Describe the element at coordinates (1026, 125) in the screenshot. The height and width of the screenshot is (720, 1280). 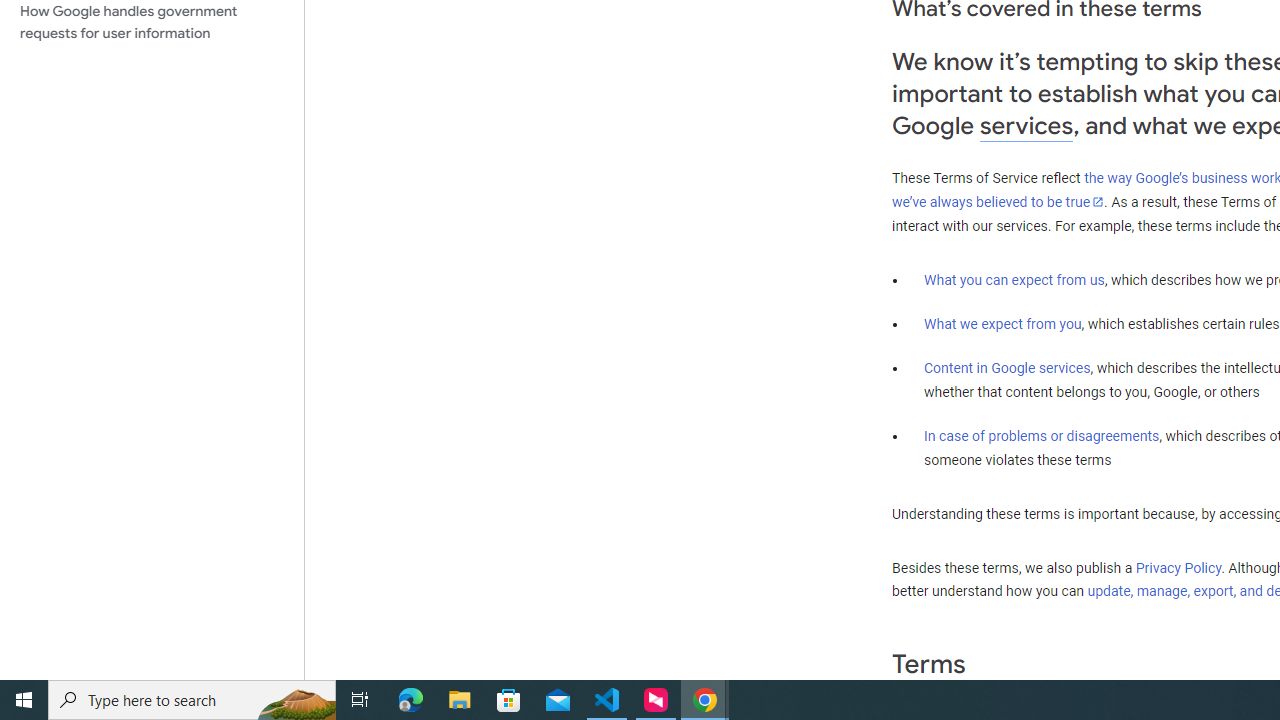
I see `'services'` at that location.